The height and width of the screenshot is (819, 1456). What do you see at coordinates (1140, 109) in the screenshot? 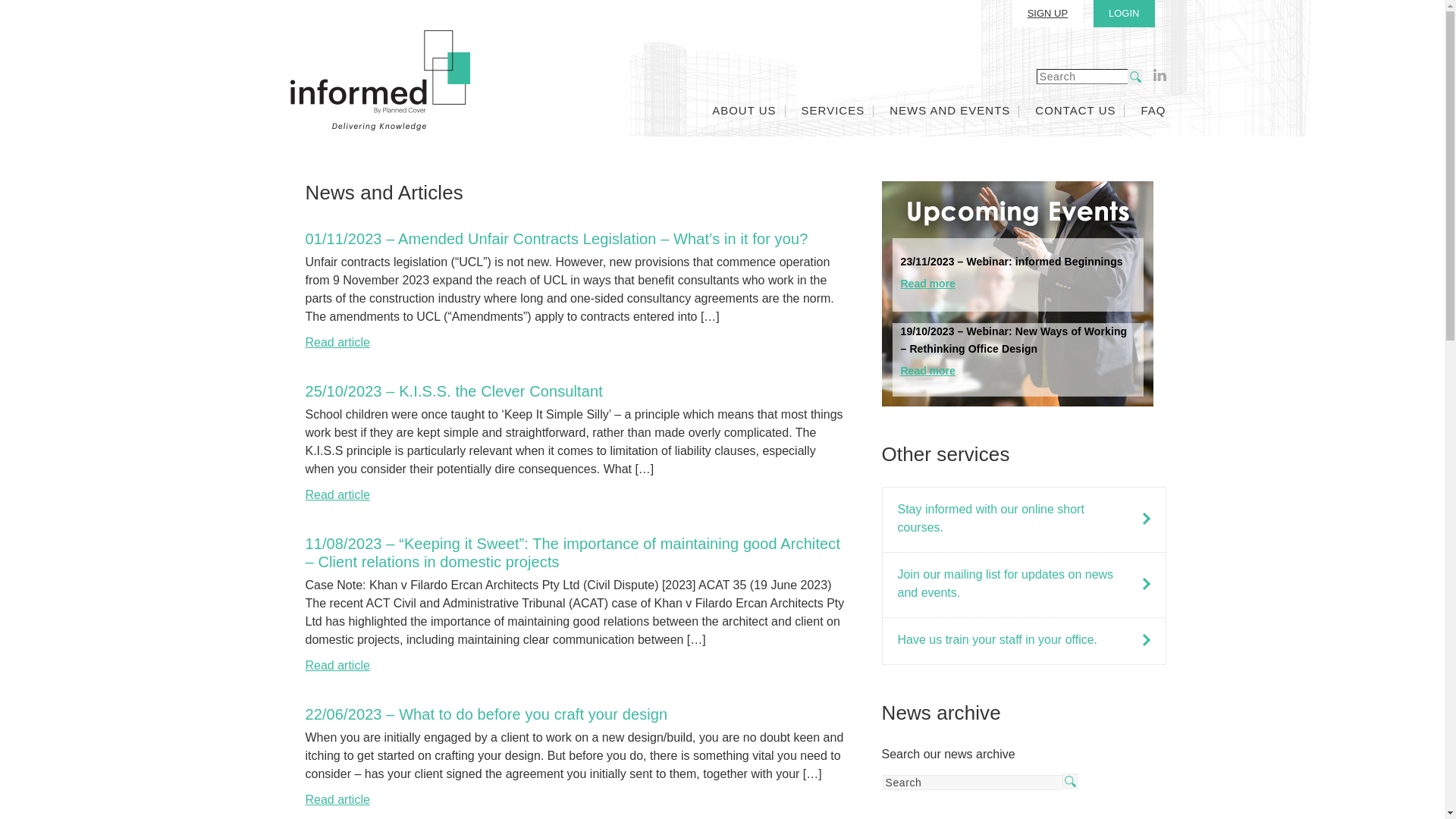
I see `'FAQ'` at bounding box center [1140, 109].